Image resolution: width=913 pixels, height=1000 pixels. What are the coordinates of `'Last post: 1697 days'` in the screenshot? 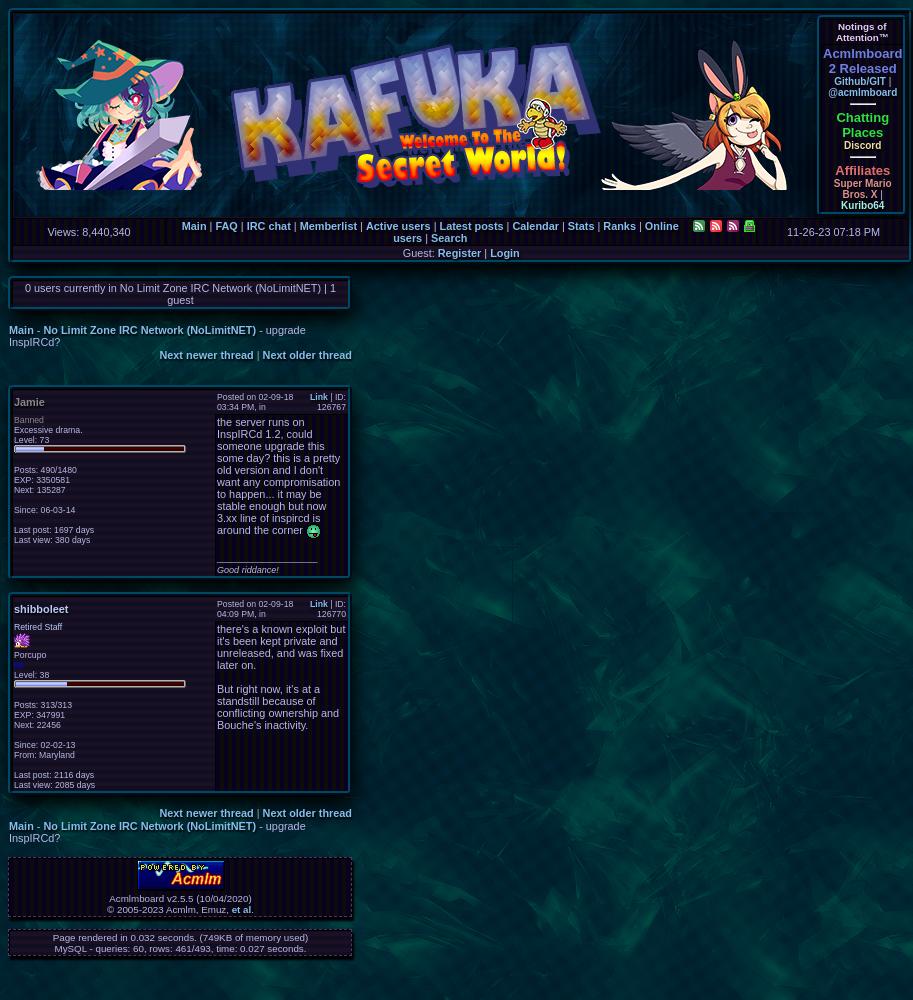 It's located at (52, 530).